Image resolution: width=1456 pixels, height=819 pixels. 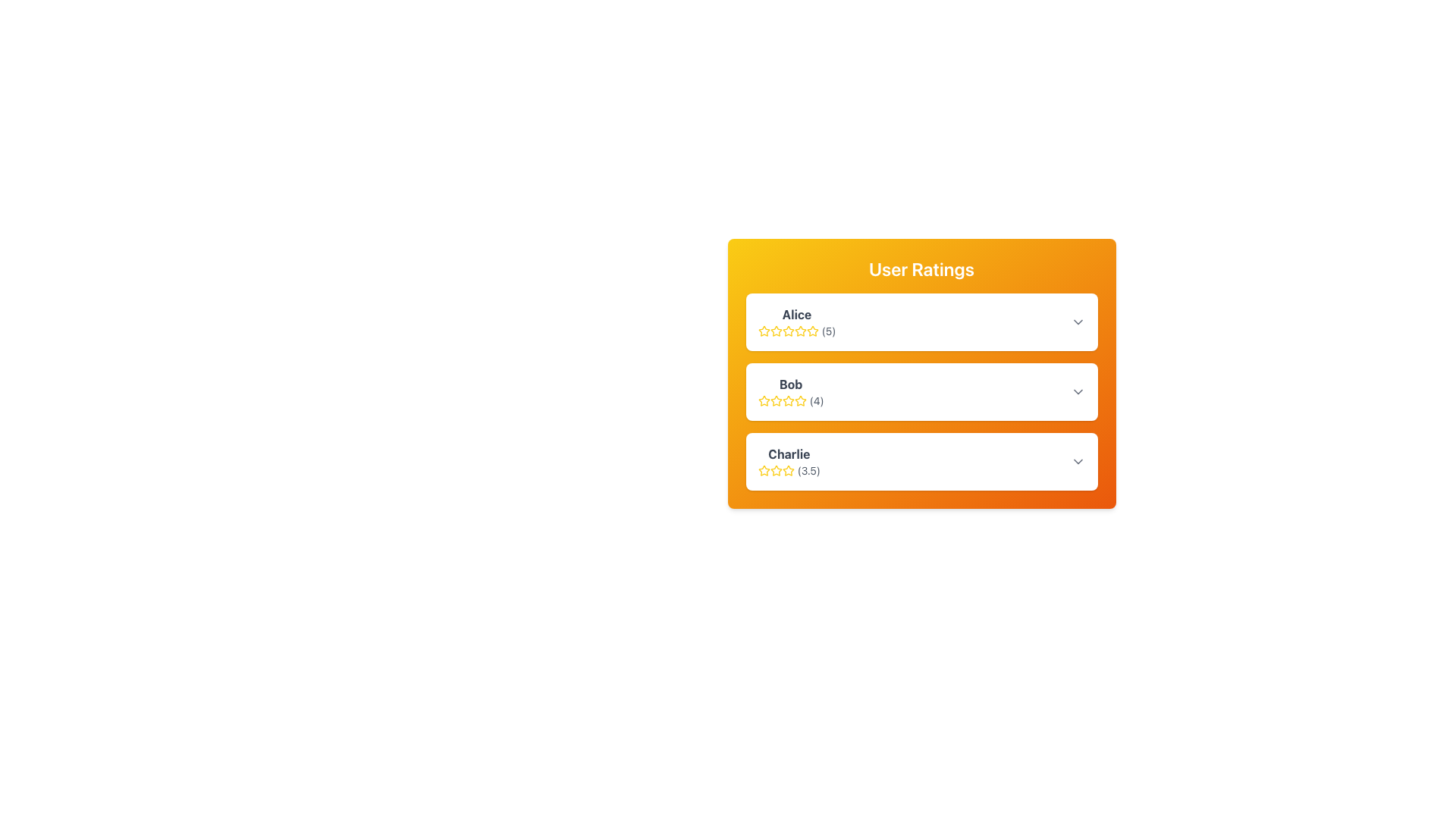 I want to click on numeric rating text label displaying '5' in gray font, located adjacent to five yellow stars, as part of the 'User Ratings' component for 'Alice', so click(x=828, y=330).